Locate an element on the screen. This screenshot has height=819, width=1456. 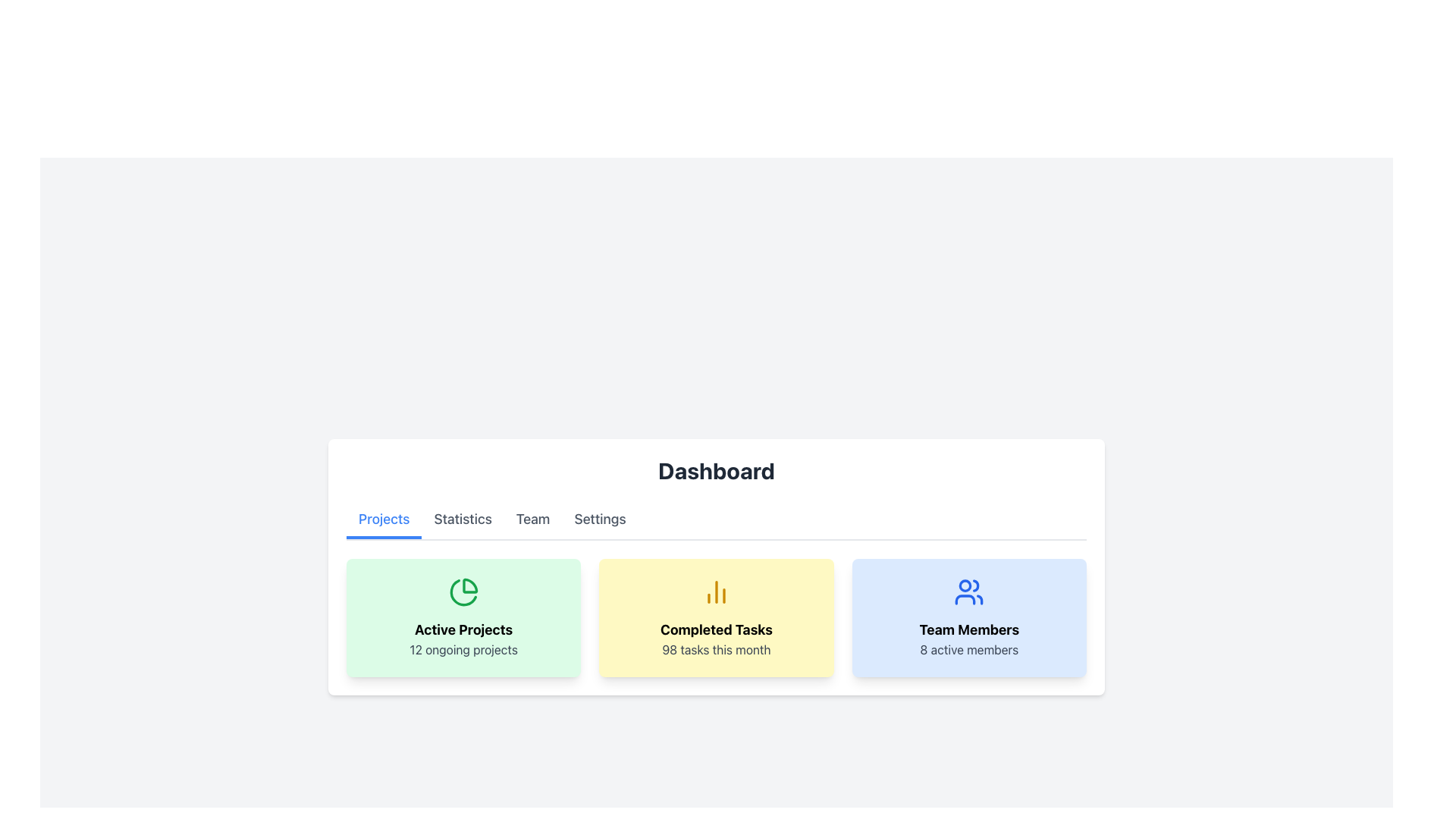
the 'Settings' button tab, which is styled with gray text and a hover effect that changes its color to blue is located at coordinates (599, 519).